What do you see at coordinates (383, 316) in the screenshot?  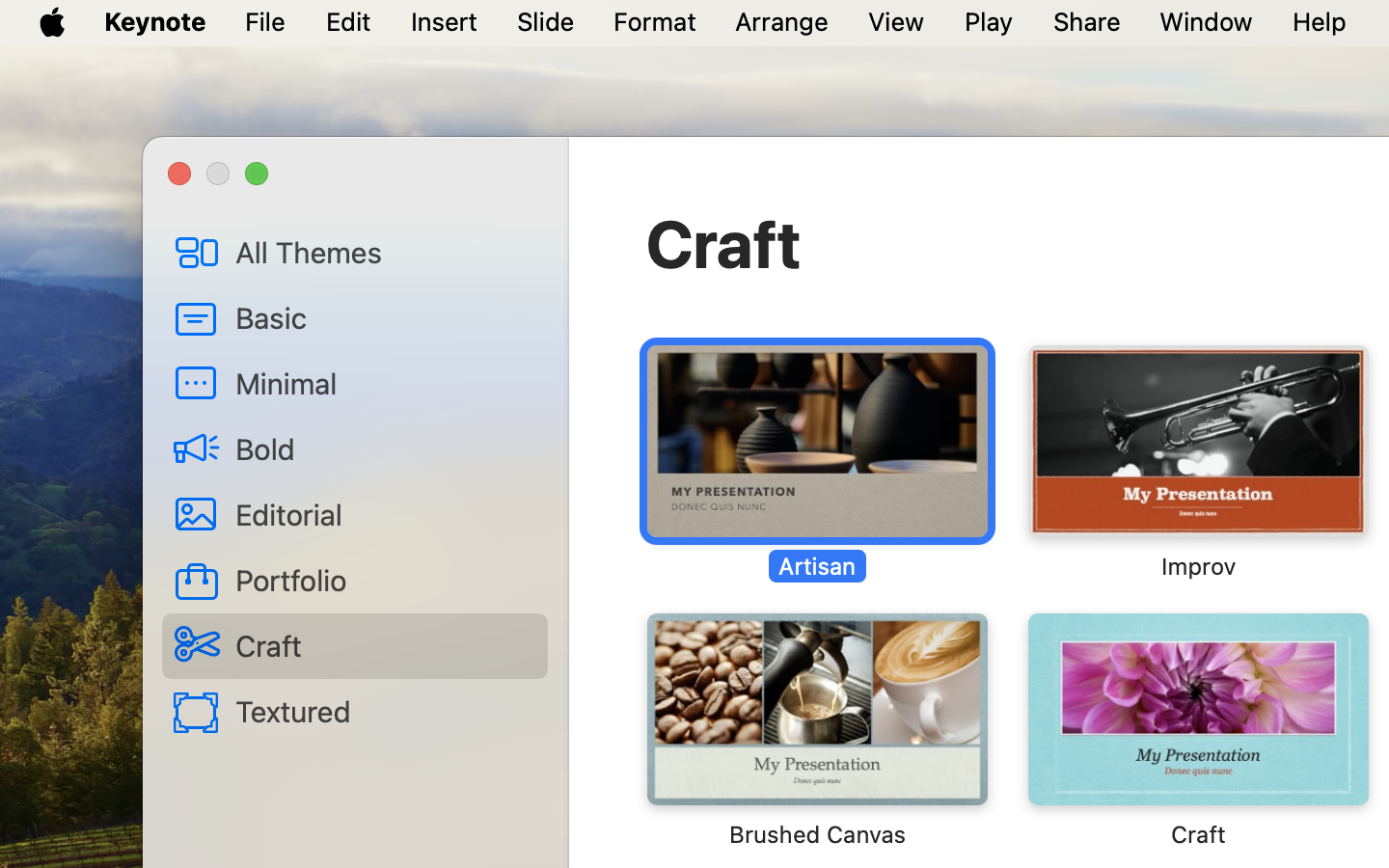 I see `'Basic'` at bounding box center [383, 316].